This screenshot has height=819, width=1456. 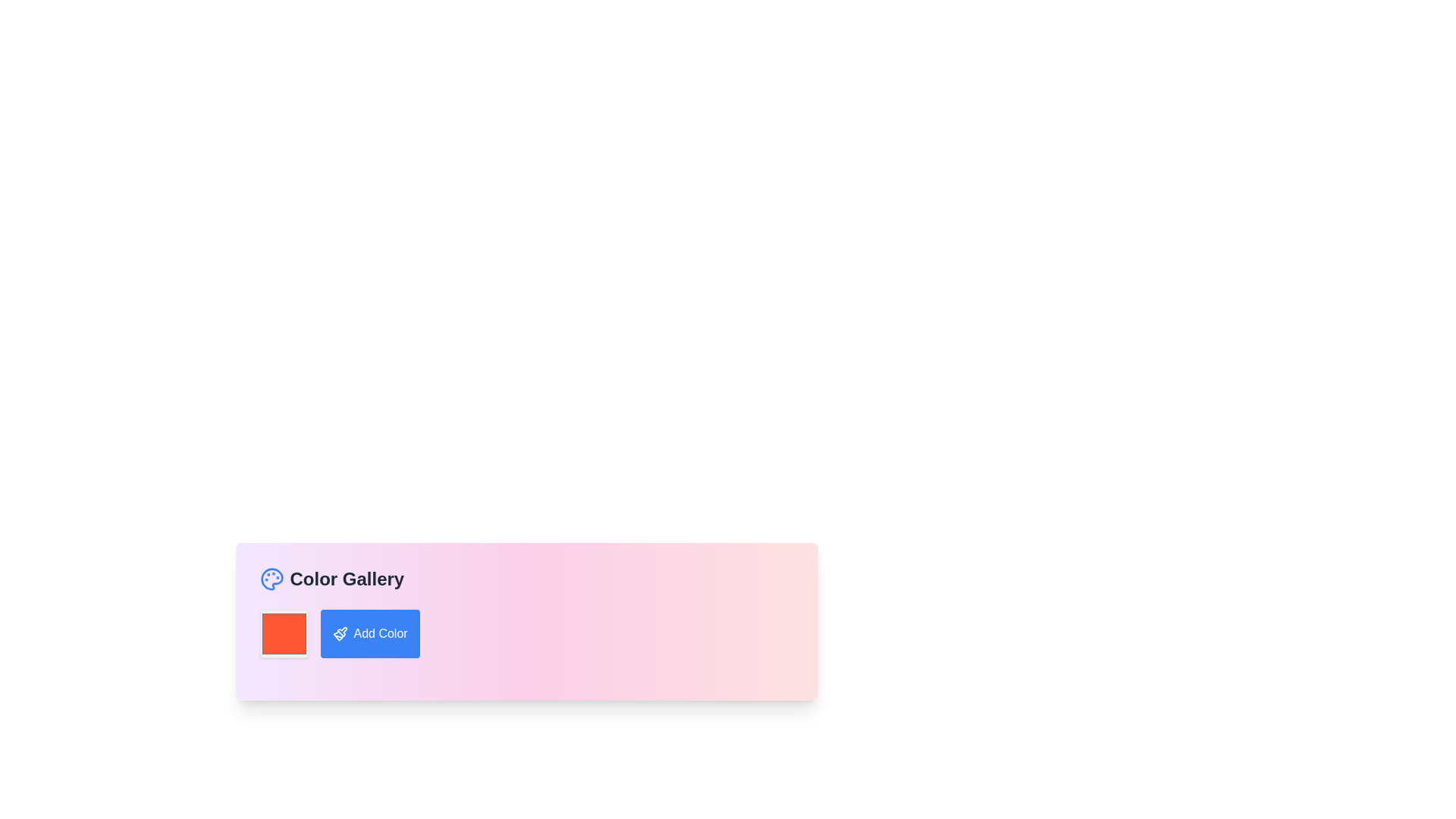 What do you see at coordinates (370, 634) in the screenshot?
I see `the rectangular blue button with white text and a paintbrush icon` at bounding box center [370, 634].